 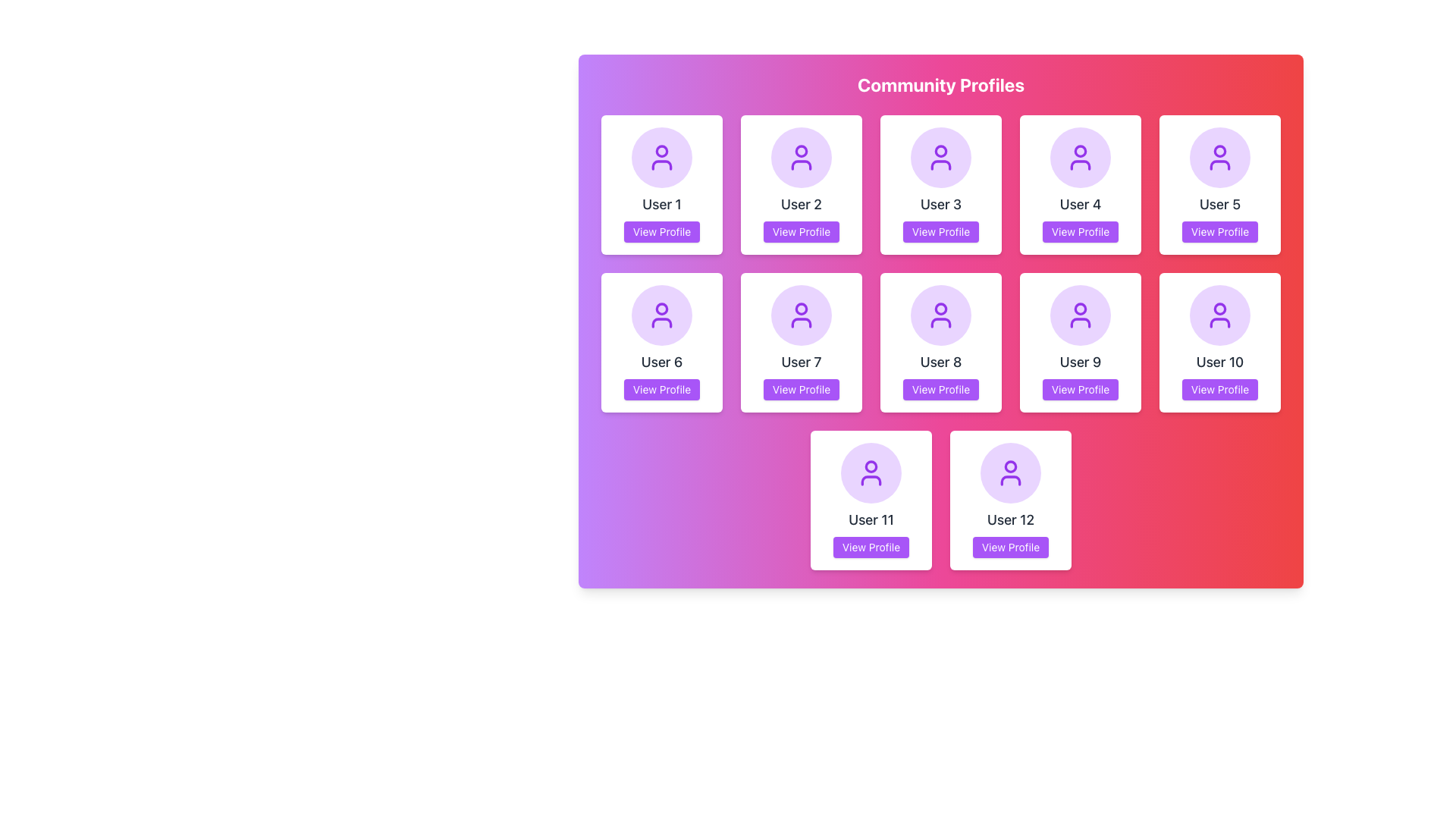 What do you see at coordinates (800, 315) in the screenshot?
I see `the circular Avatar with a purple background featuring a user icon in the center, located in the third column, second row of the grid layout` at bounding box center [800, 315].